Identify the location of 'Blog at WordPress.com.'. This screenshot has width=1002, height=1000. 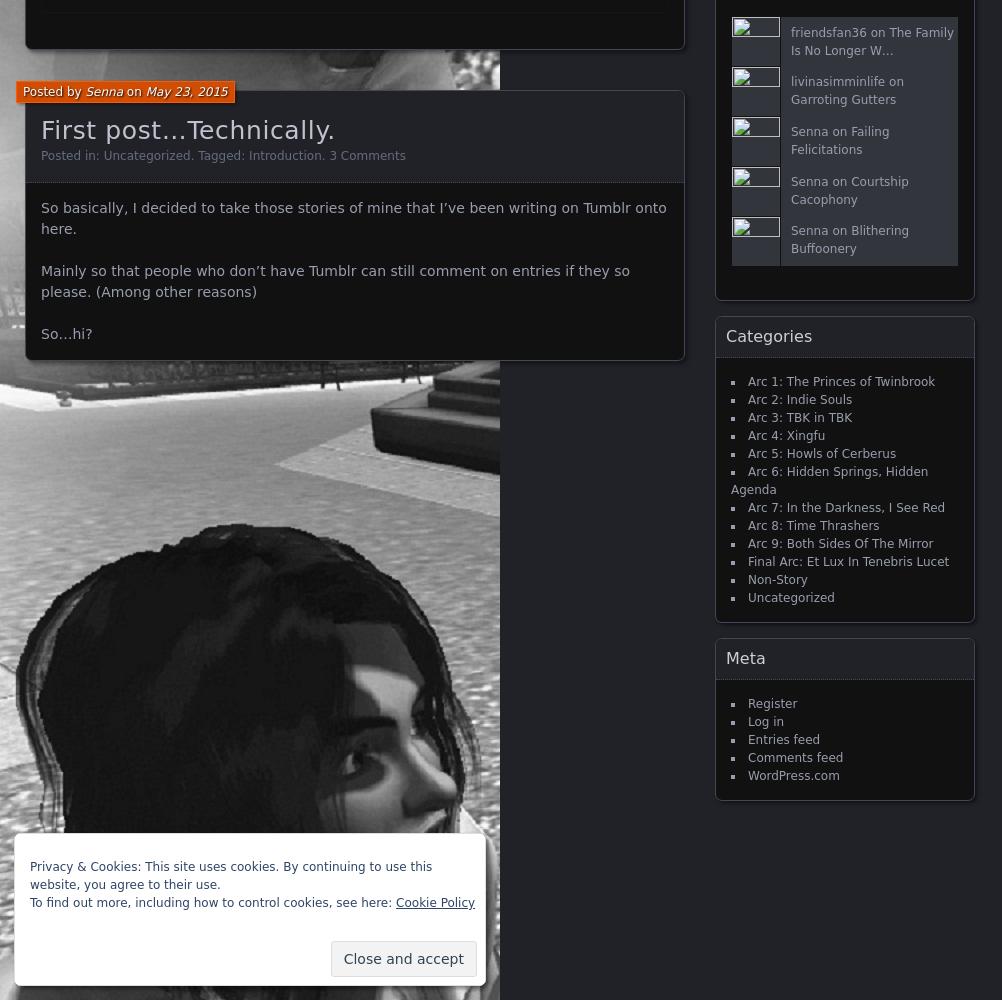
(249, 900).